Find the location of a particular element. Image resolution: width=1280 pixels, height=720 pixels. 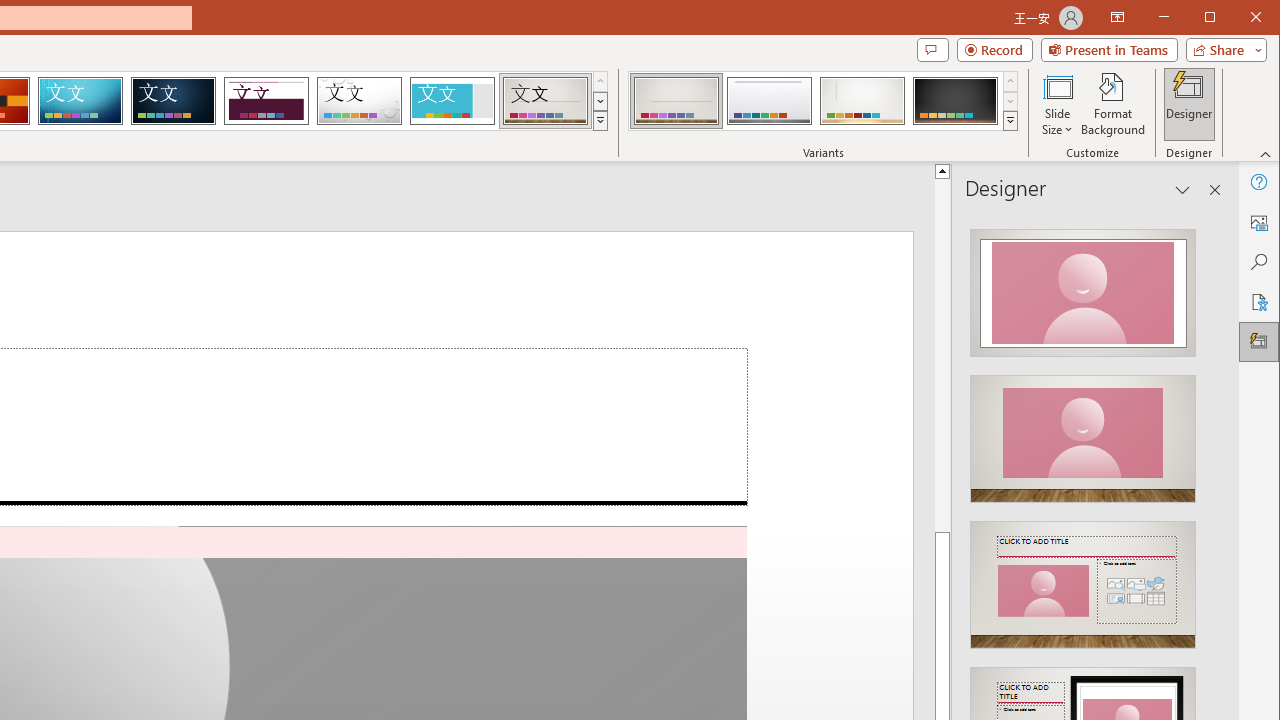

'Droplet' is located at coordinates (359, 100).